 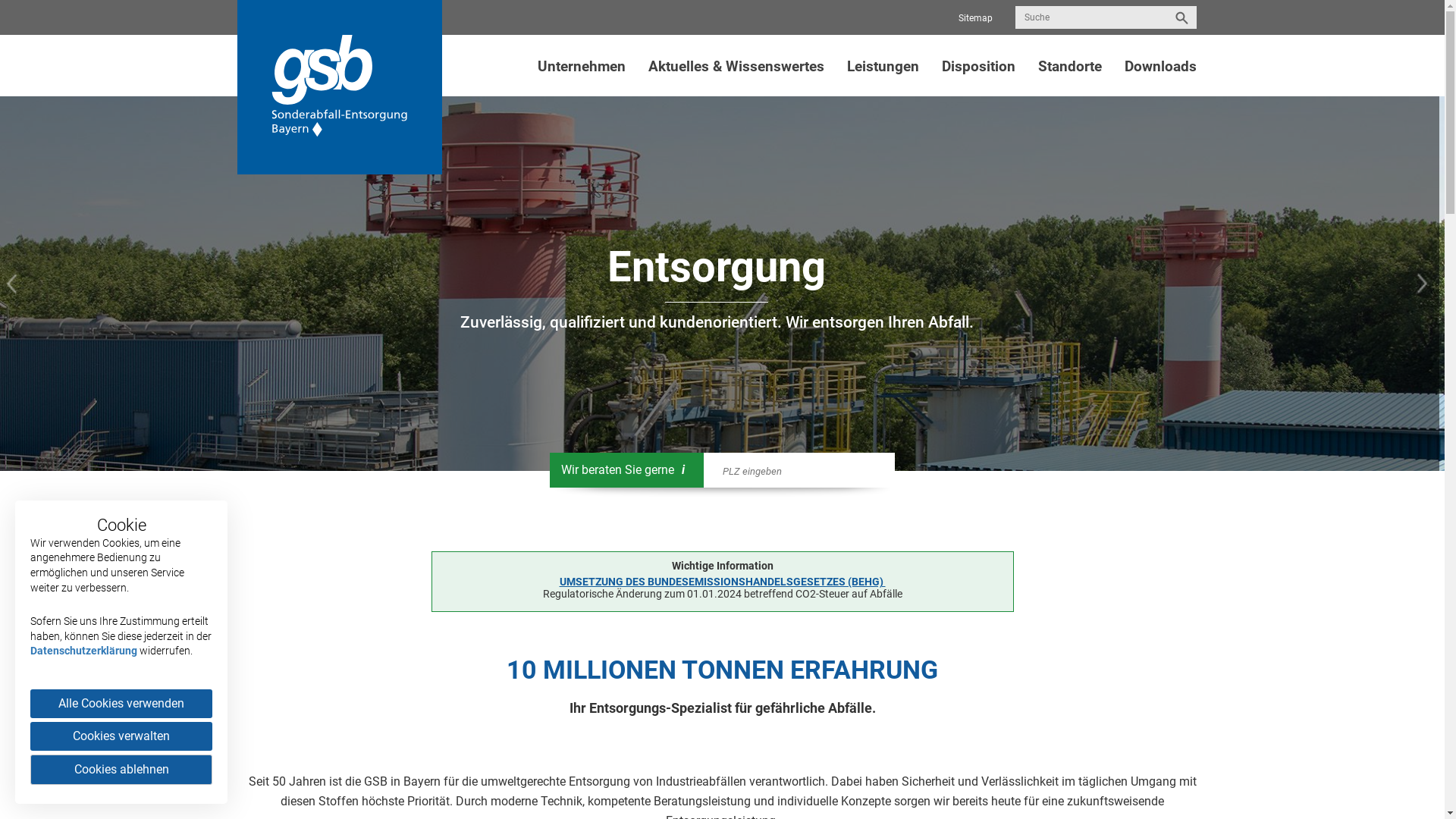 What do you see at coordinates (928, 65) in the screenshot?
I see `'Disposition'` at bounding box center [928, 65].